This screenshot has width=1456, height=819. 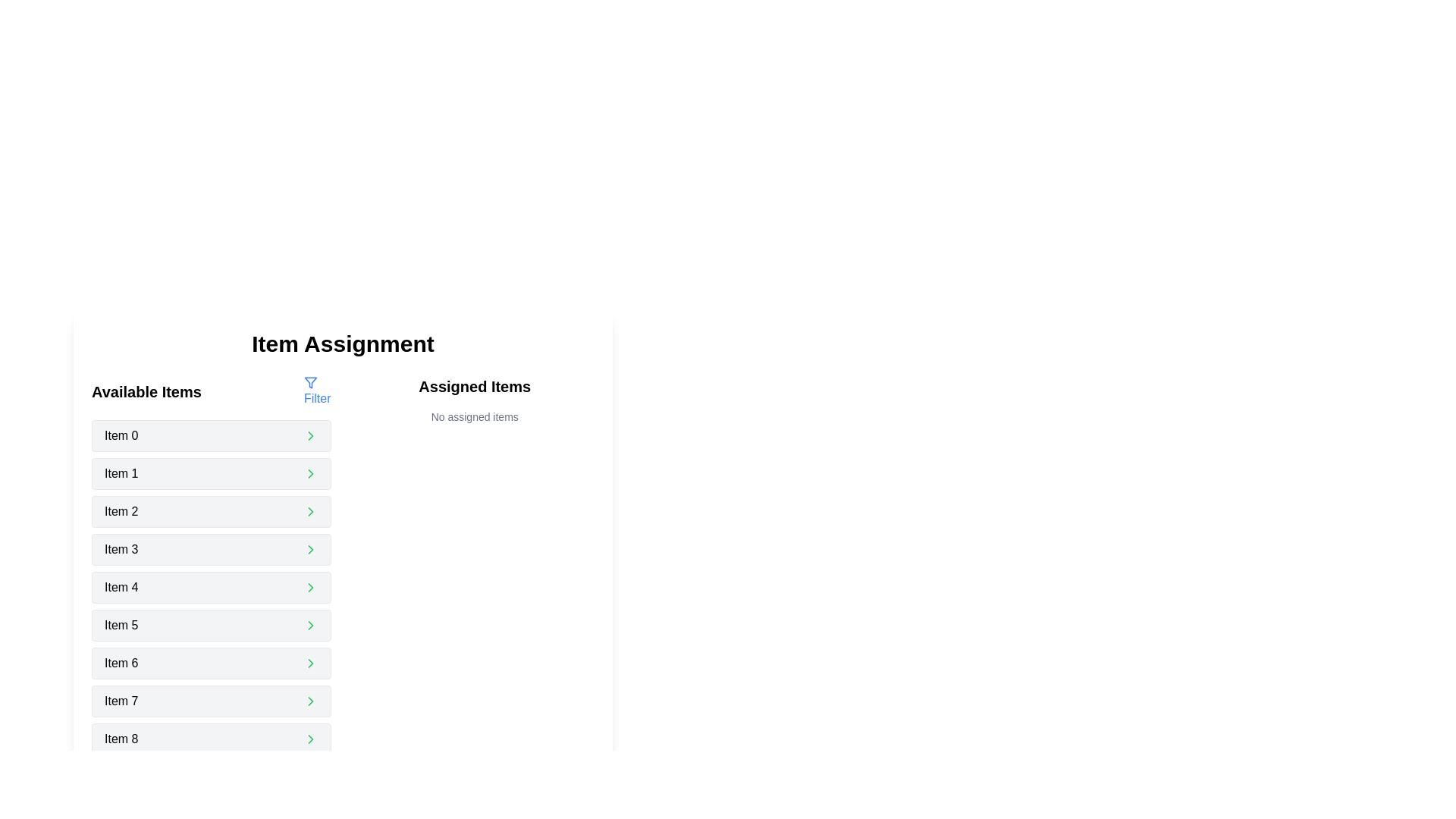 I want to click on the first item, so click(x=210, y=435).